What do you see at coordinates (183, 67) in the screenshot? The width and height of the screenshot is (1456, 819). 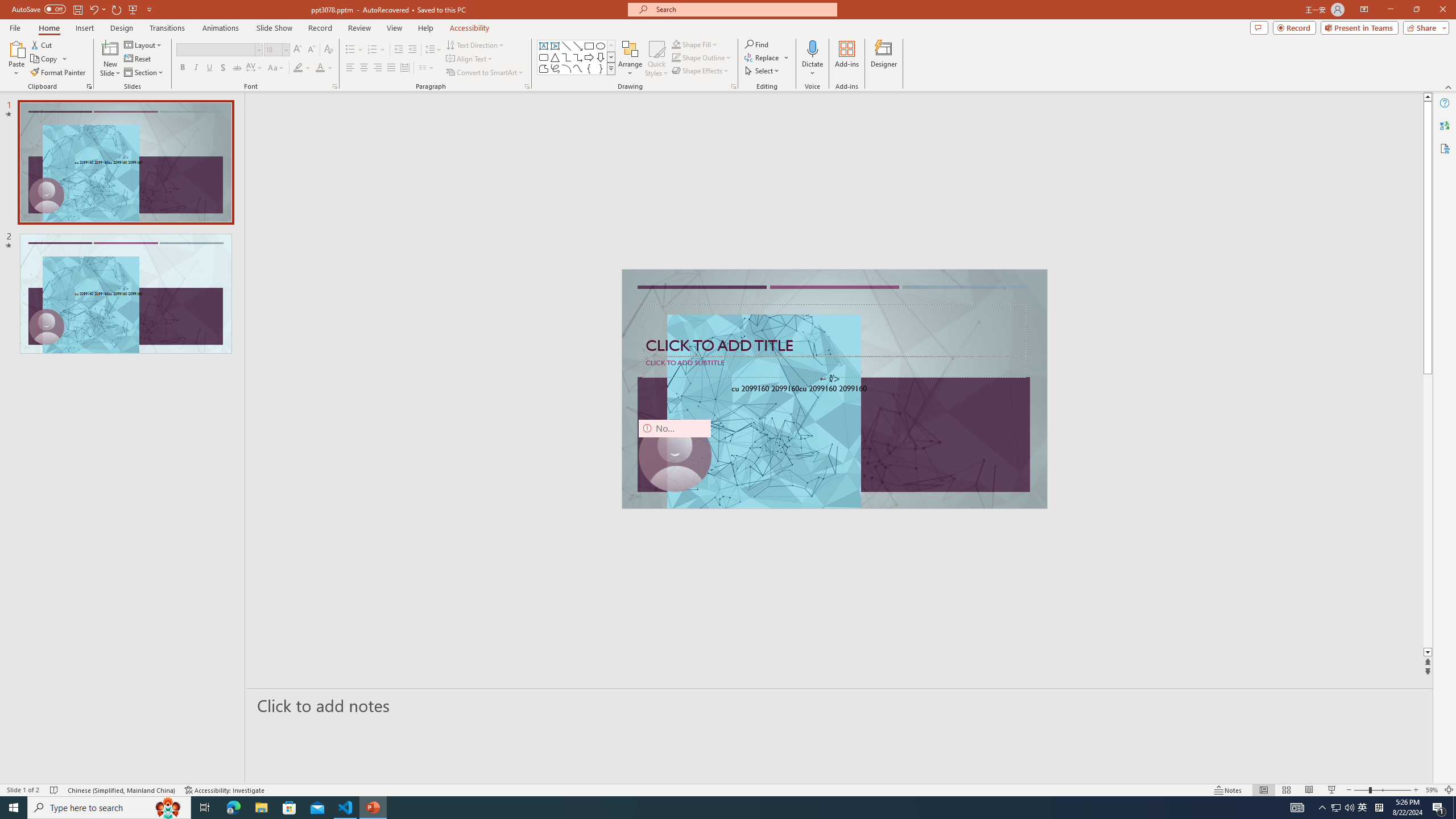 I see `'Bold'` at bounding box center [183, 67].